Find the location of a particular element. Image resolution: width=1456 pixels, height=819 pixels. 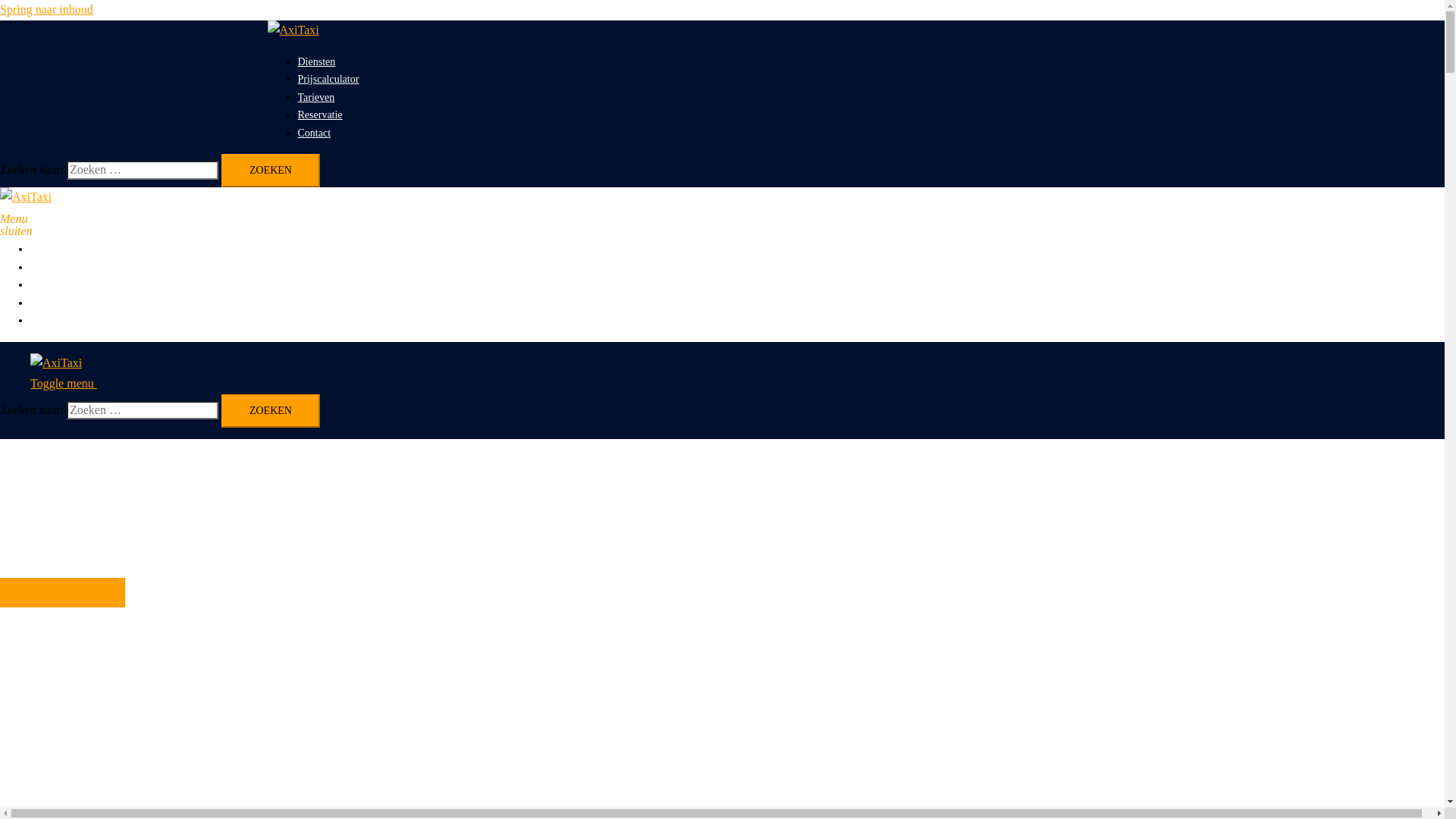

'AxiTaxi' is located at coordinates (292, 30).